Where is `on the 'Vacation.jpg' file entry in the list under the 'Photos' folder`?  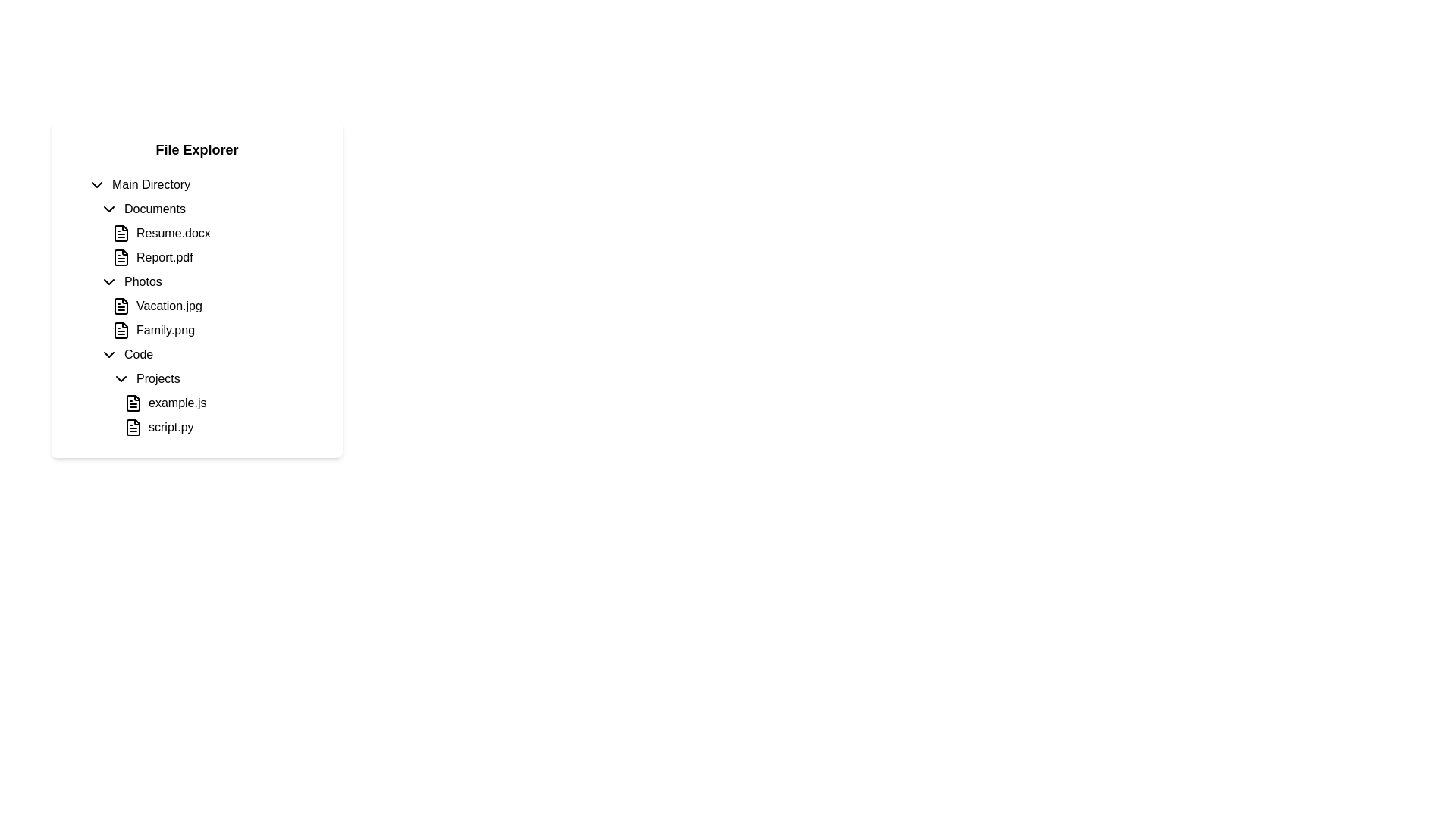
on the 'Vacation.jpg' file entry in the list under the 'Photos' folder is located at coordinates (202, 306).